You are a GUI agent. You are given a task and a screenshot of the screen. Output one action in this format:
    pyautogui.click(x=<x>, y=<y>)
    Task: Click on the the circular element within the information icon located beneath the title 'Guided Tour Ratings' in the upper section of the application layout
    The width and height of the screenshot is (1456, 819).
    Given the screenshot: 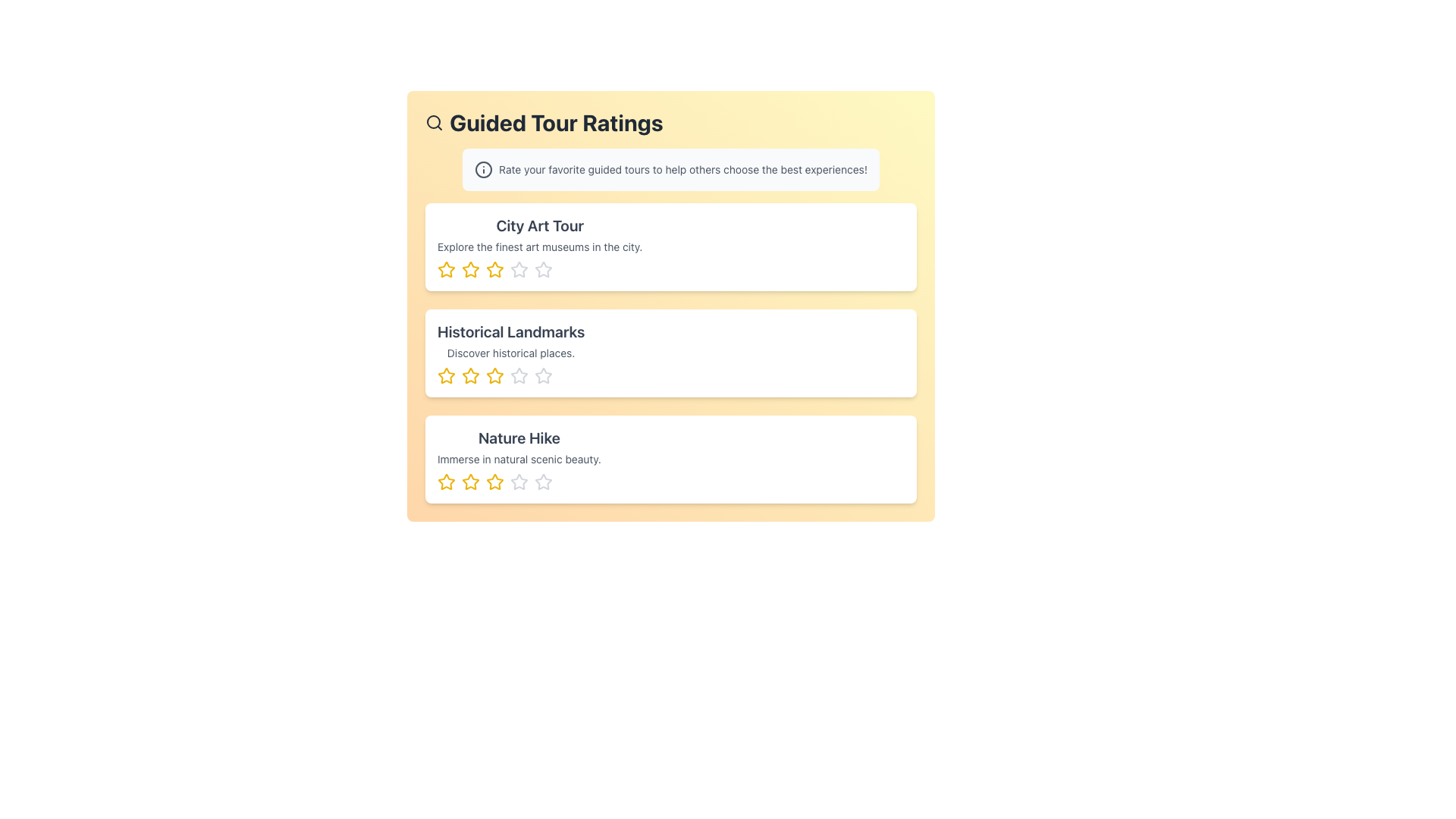 What is the action you would take?
    pyautogui.click(x=483, y=169)
    